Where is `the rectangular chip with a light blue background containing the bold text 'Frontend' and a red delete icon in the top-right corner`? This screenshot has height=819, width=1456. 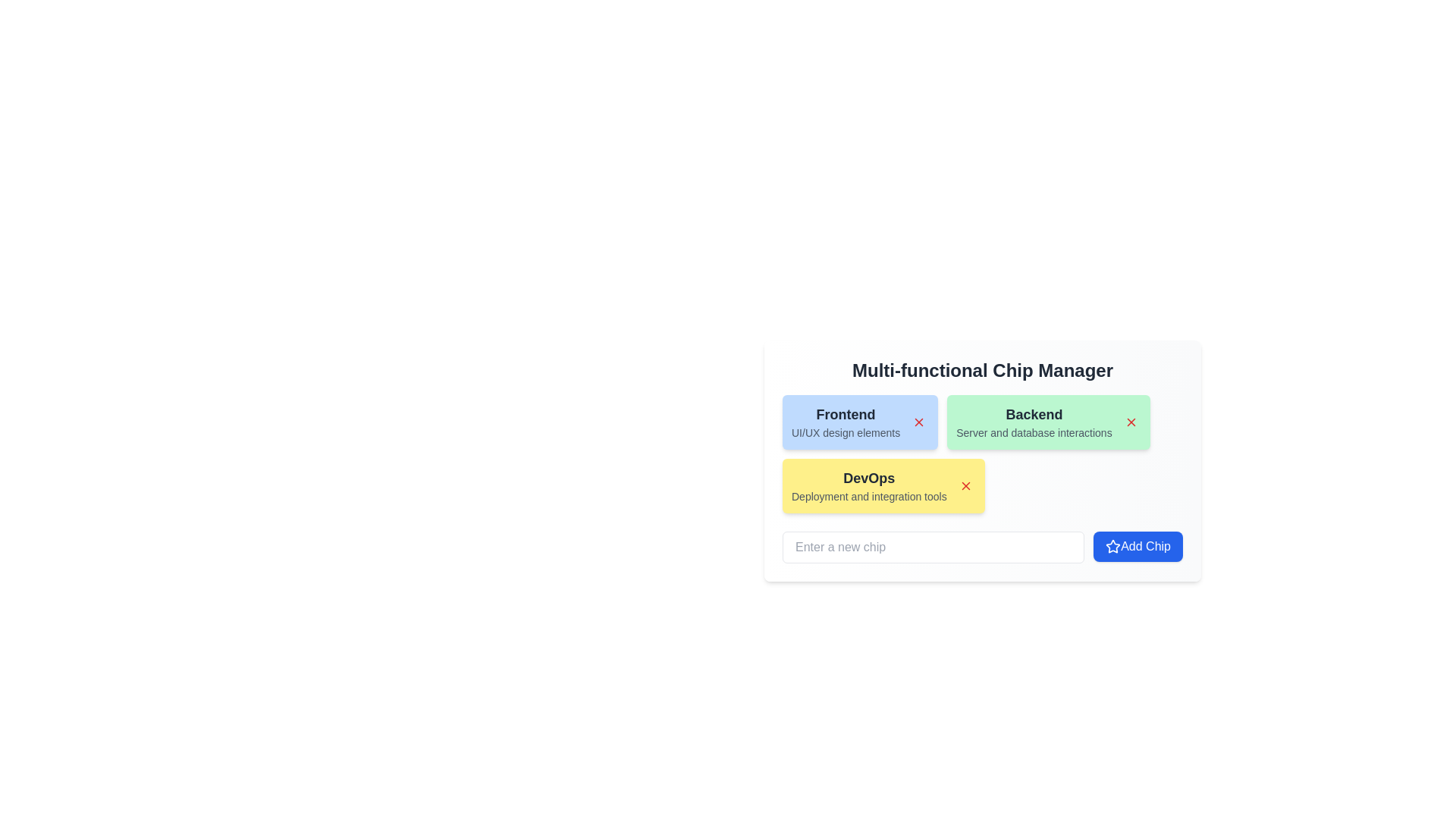
the rectangular chip with a light blue background containing the bold text 'Frontend' and a red delete icon in the top-right corner is located at coordinates (860, 422).